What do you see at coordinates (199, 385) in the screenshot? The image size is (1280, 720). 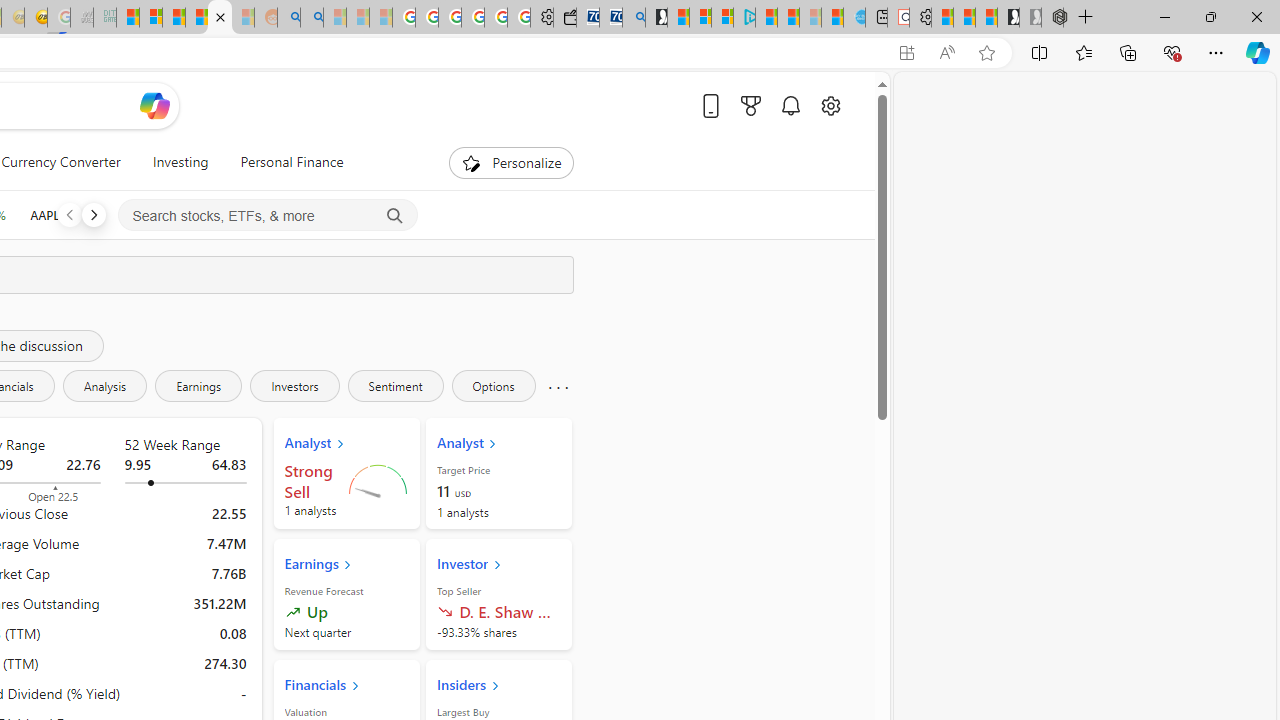 I see `'Earnings'` at bounding box center [199, 385].